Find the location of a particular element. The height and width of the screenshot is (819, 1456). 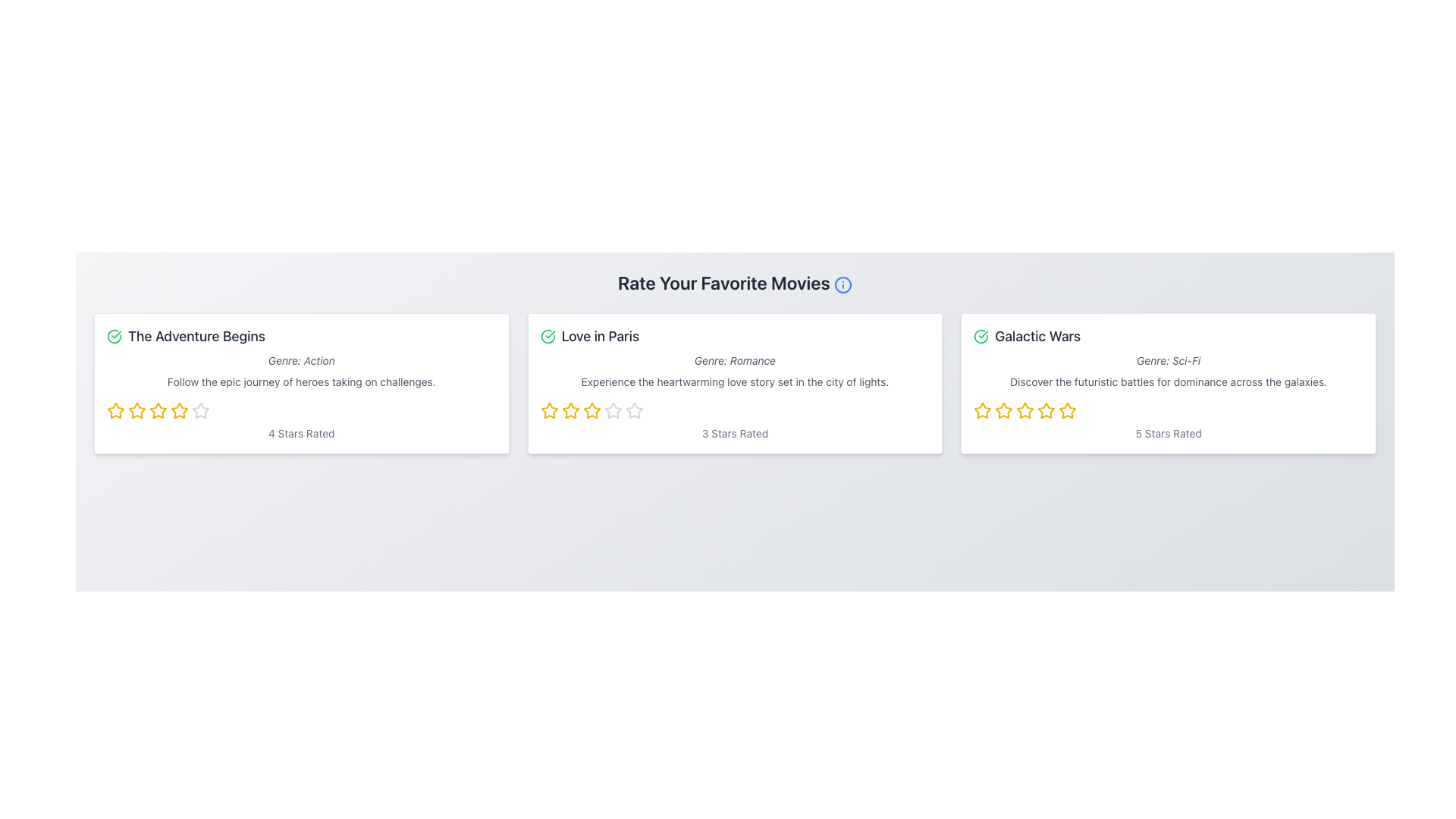

the fifth and rightmost Rating Star Icon, which is golden yellow and used for rating in the 'Galactic Wars' movie card is located at coordinates (1067, 411).